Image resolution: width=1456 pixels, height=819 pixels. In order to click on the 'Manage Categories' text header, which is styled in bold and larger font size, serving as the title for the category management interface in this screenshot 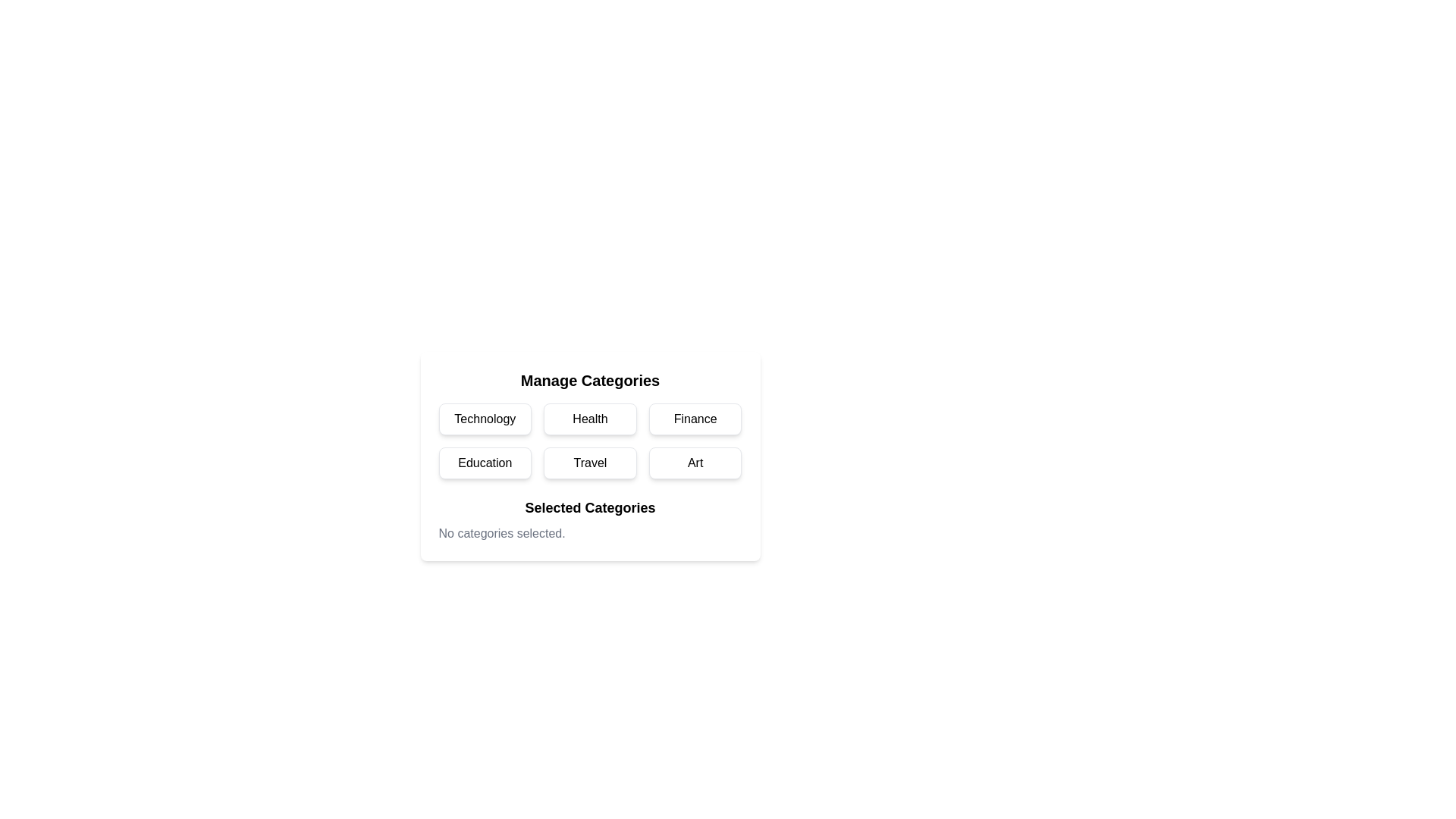, I will do `click(589, 379)`.